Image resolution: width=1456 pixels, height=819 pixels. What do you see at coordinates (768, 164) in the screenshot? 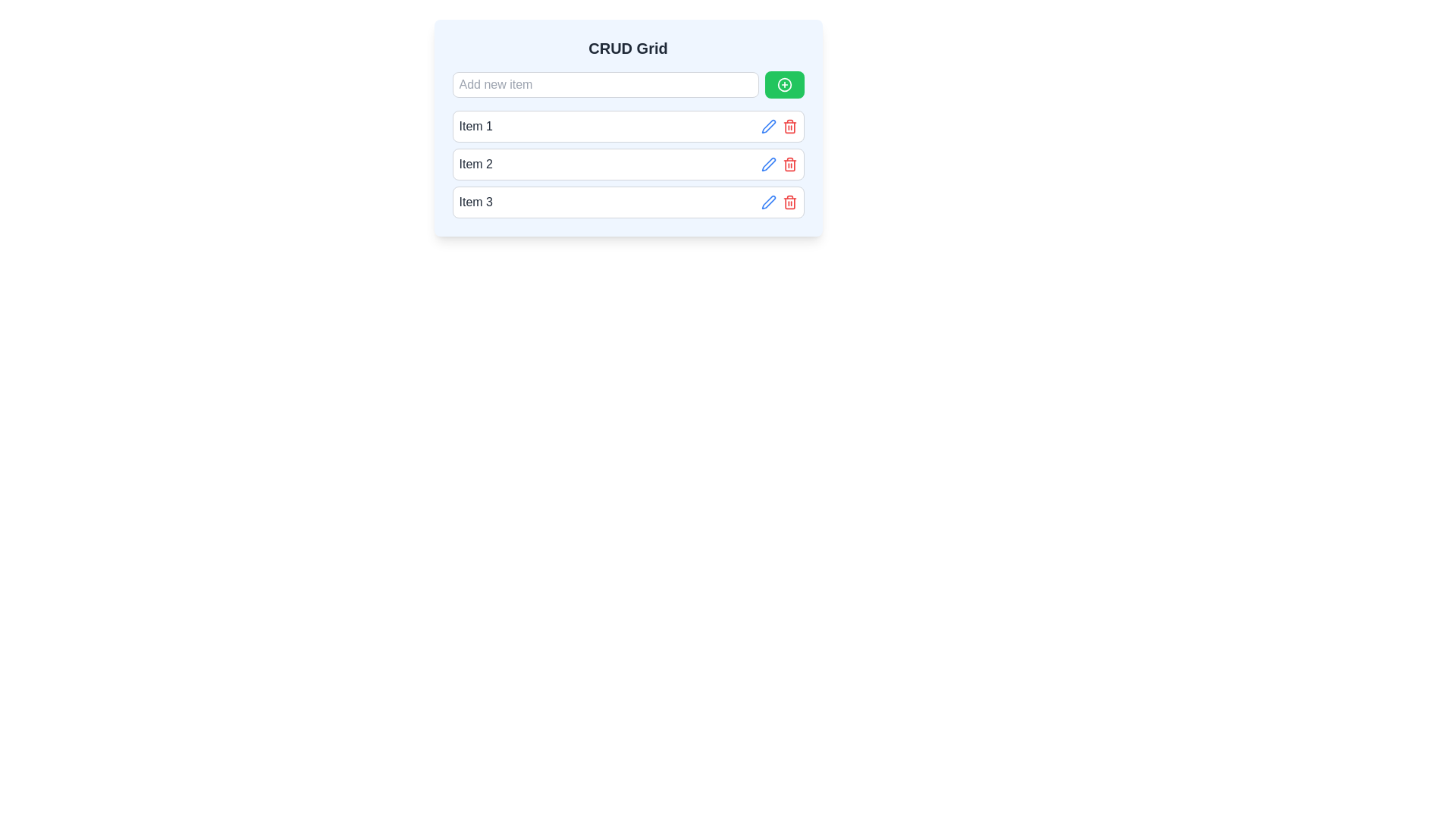
I see `the stylized pen icon in the second row of the CRUD grid layout` at bounding box center [768, 164].